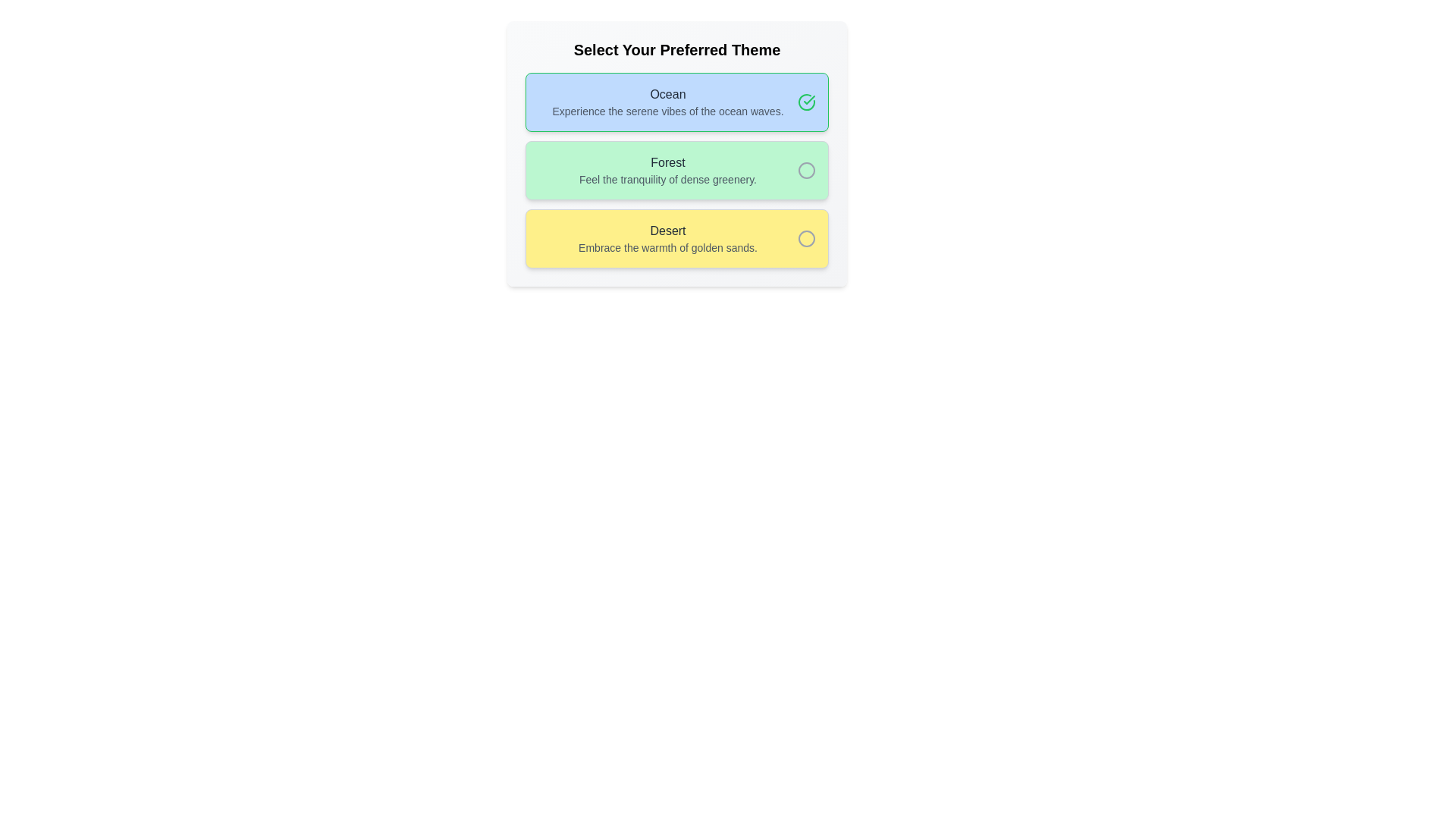 This screenshot has width=1456, height=819. What do you see at coordinates (676, 239) in the screenshot?
I see `the selectable list item labeled 'Desert'` at bounding box center [676, 239].